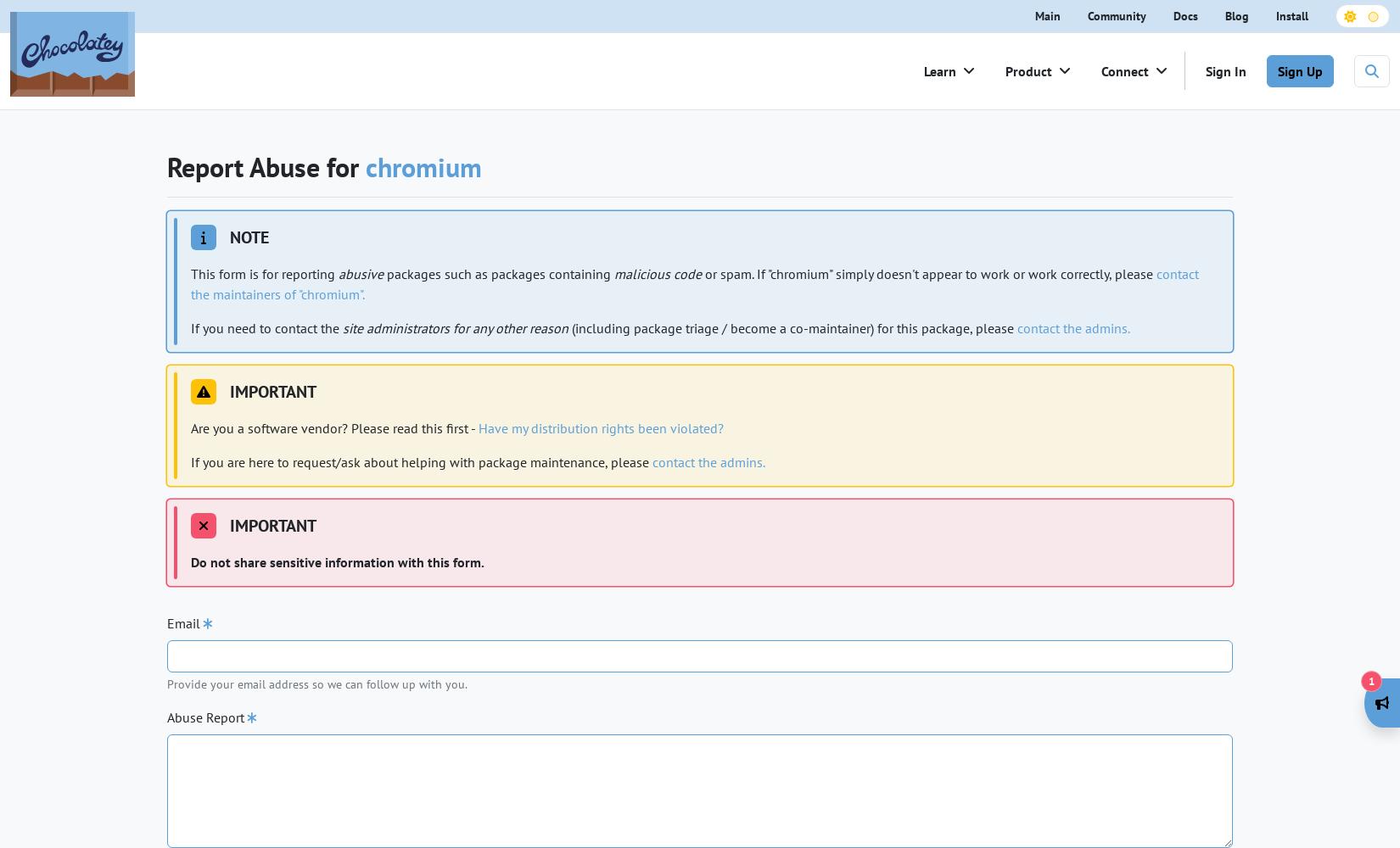  What do you see at coordinates (1125, 70) in the screenshot?
I see `'Connect'` at bounding box center [1125, 70].